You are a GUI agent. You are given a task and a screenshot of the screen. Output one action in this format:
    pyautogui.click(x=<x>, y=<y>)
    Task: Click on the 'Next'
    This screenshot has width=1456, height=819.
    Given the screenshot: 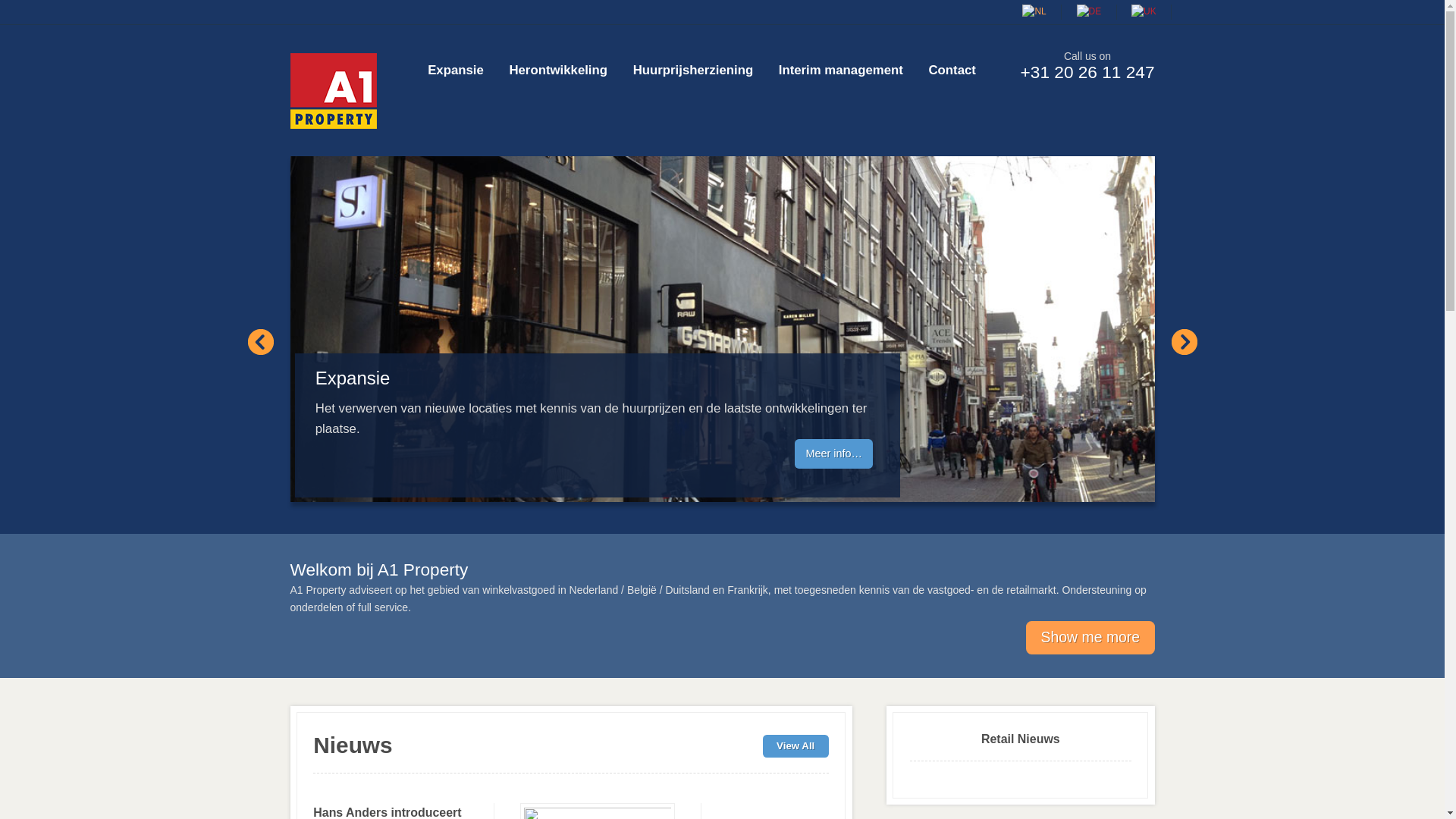 What is the action you would take?
    pyautogui.click(x=1182, y=342)
    